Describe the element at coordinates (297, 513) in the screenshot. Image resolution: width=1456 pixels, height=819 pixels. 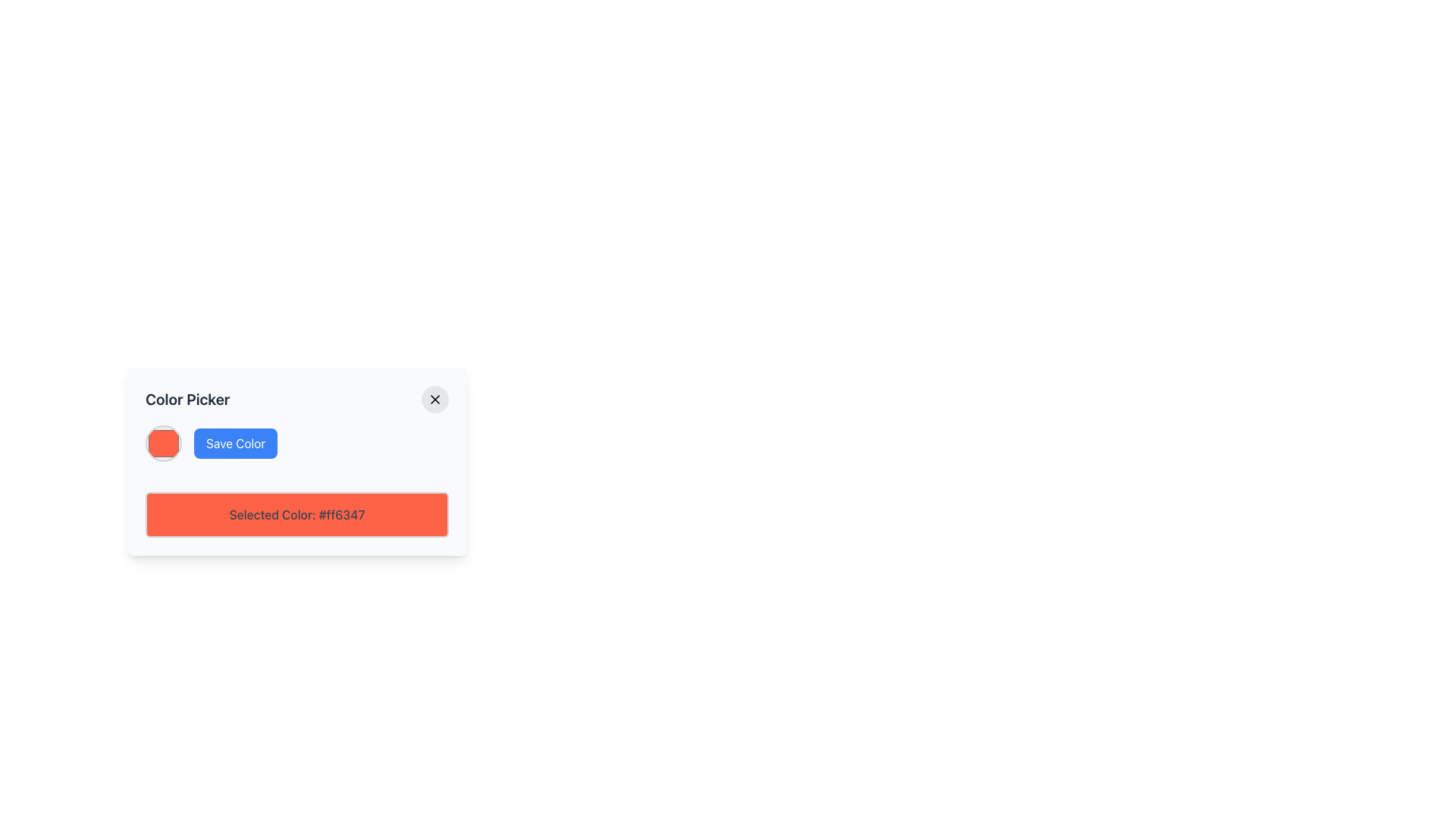
I see `the Text Label that displays the currently selected color in hexadecimal format, located beneath the 'Save Color' button` at that location.